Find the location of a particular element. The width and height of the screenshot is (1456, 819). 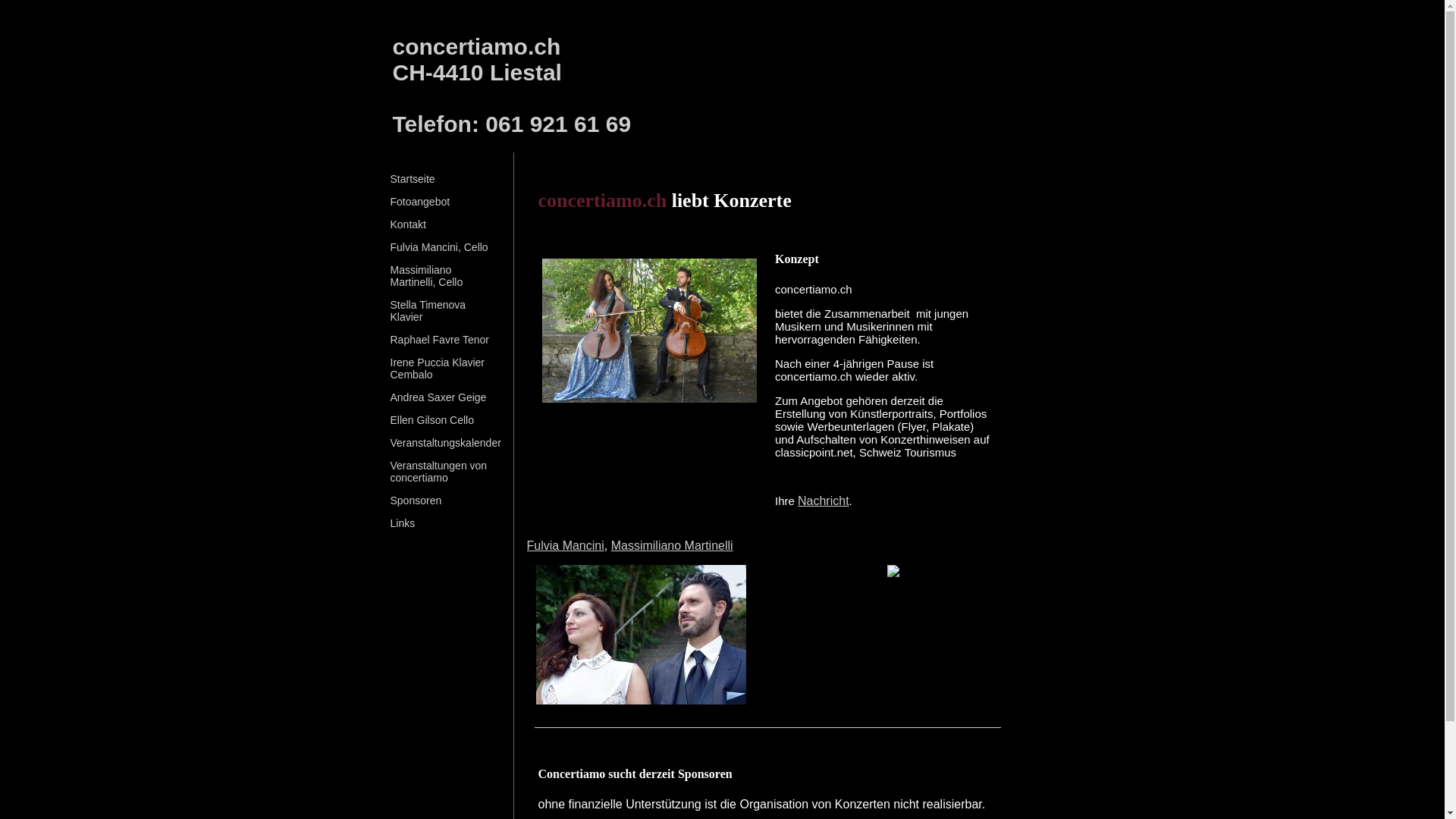

'Nachricht' is located at coordinates (796, 500).